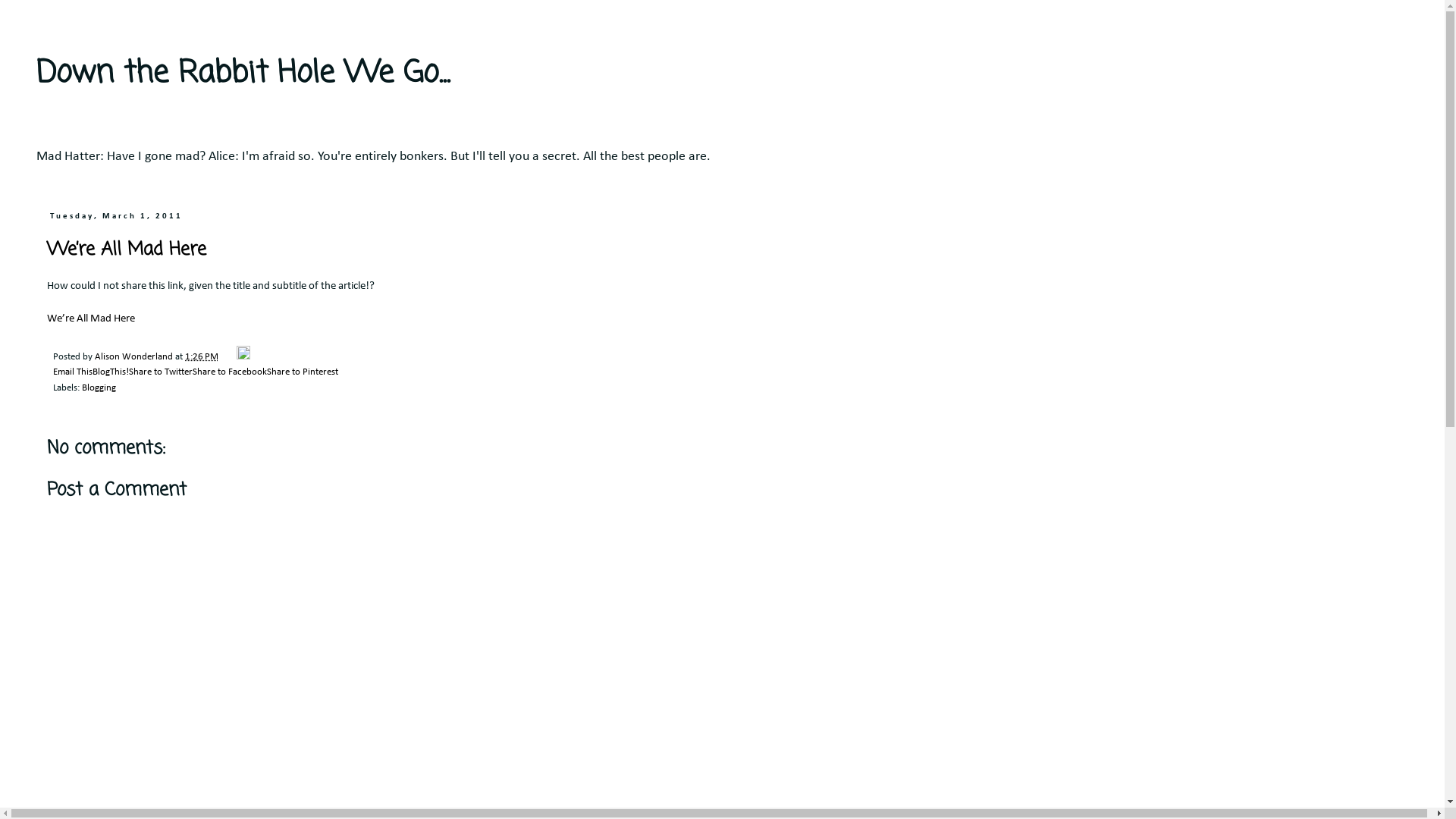 Image resolution: width=1456 pixels, height=819 pixels. What do you see at coordinates (228, 372) in the screenshot?
I see `'Share to Facebook'` at bounding box center [228, 372].